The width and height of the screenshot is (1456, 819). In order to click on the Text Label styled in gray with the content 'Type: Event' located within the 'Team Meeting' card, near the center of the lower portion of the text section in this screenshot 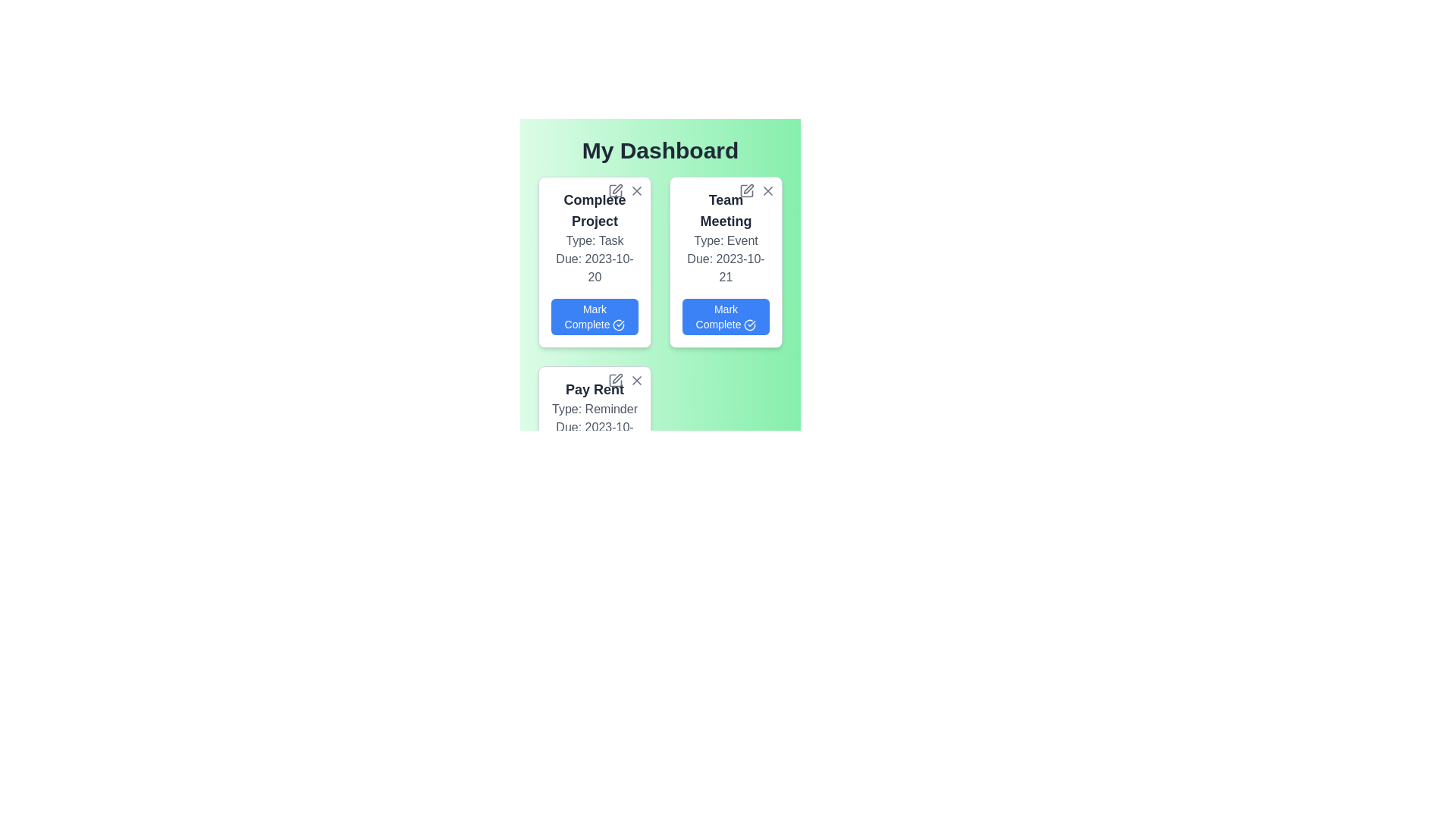, I will do `click(725, 240)`.